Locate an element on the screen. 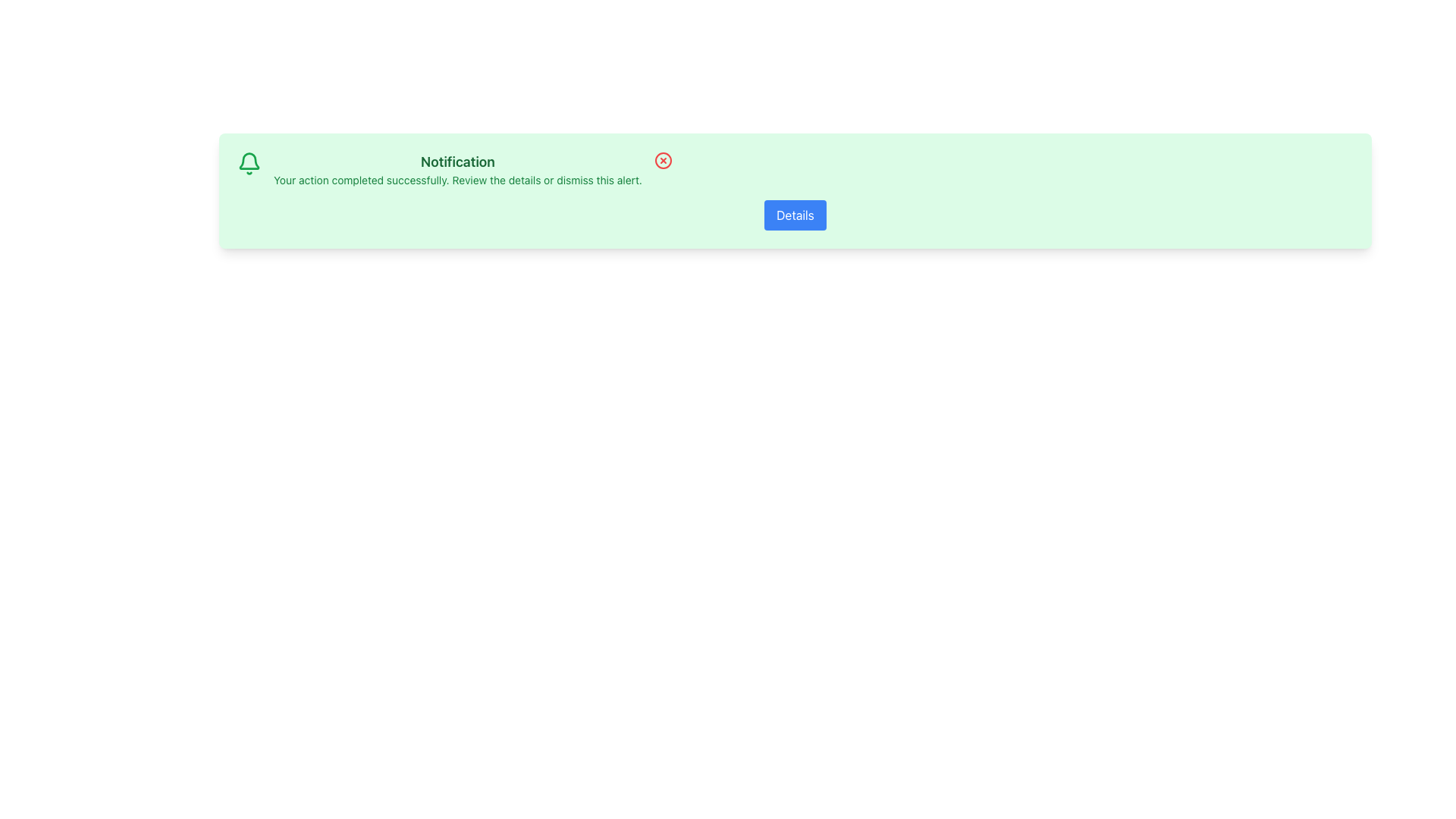  the bold green 'Notification' text label at the center of the notification banner, which is visually distinct and positioned above secondary text is located at coordinates (457, 162).